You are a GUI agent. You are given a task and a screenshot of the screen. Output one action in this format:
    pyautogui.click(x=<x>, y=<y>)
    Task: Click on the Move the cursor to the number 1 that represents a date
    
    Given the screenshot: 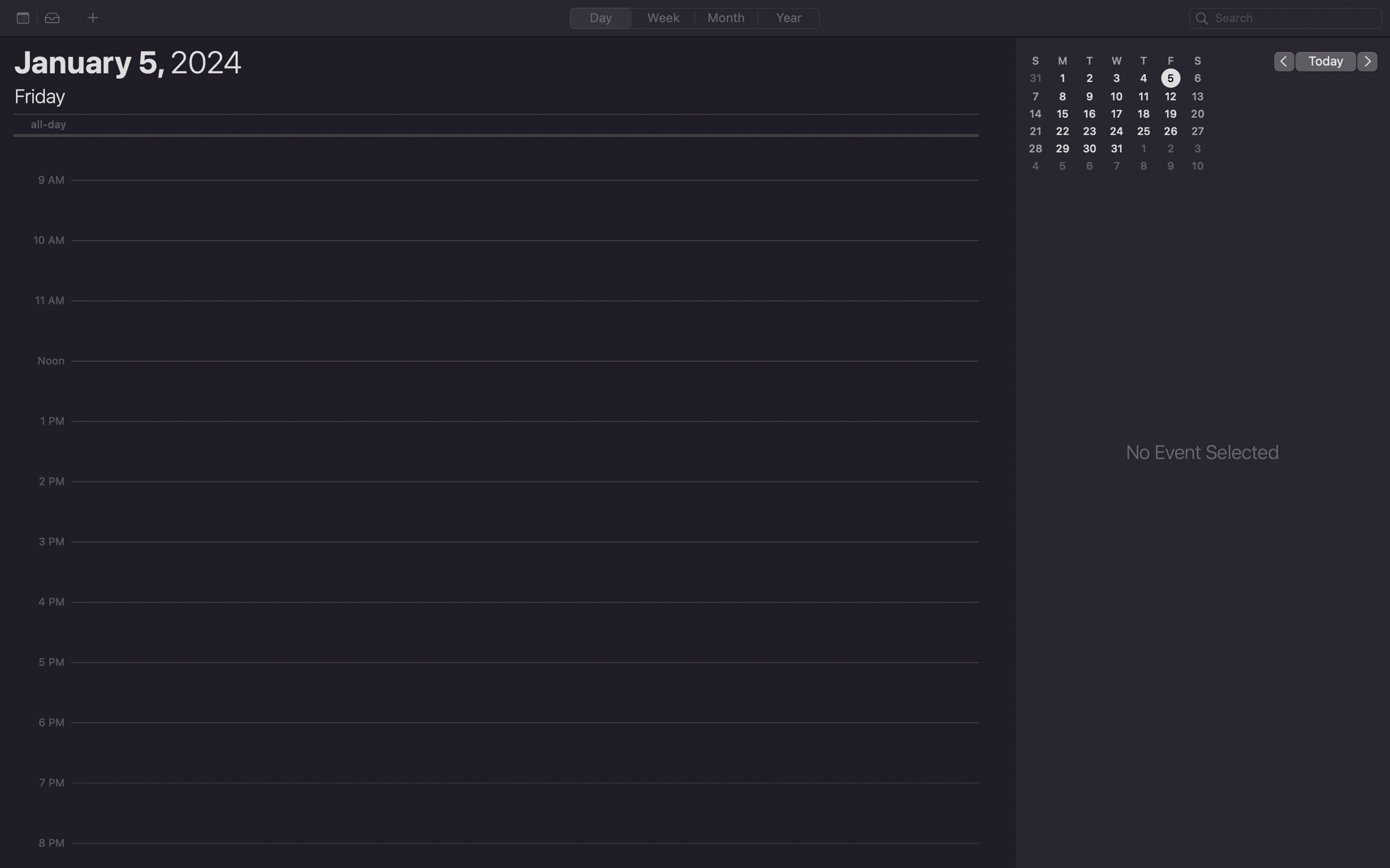 What is the action you would take?
    pyautogui.click(x=1063, y=77)
    